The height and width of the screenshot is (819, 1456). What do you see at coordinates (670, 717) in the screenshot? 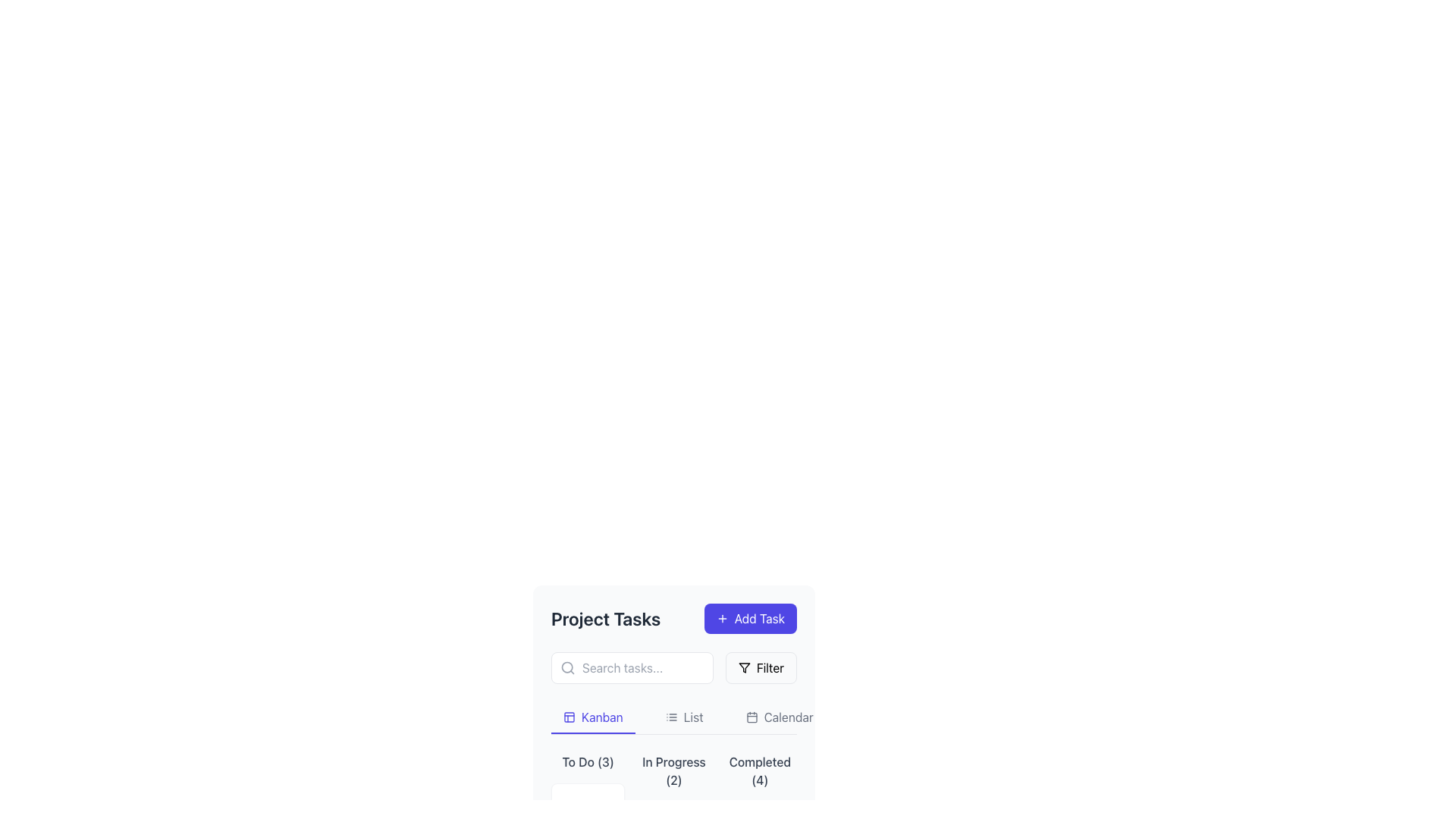
I see `the list view icon located between the Kanban and Calendar icons` at bounding box center [670, 717].